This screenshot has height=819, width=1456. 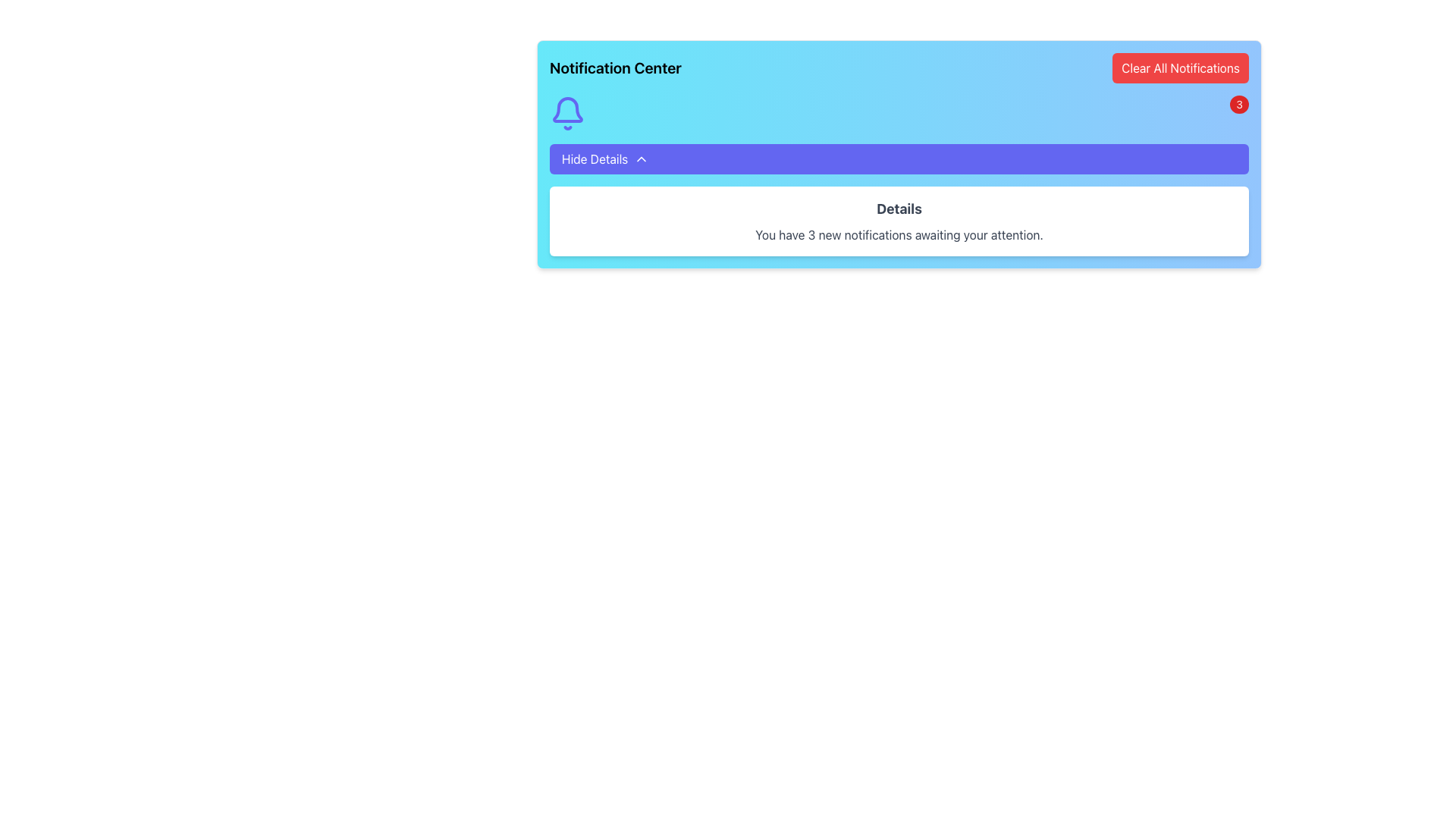 What do you see at coordinates (899, 155) in the screenshot?
I see `the 'Hide Details' button located in the Notification Center panel` at bounding box center [899, 155].